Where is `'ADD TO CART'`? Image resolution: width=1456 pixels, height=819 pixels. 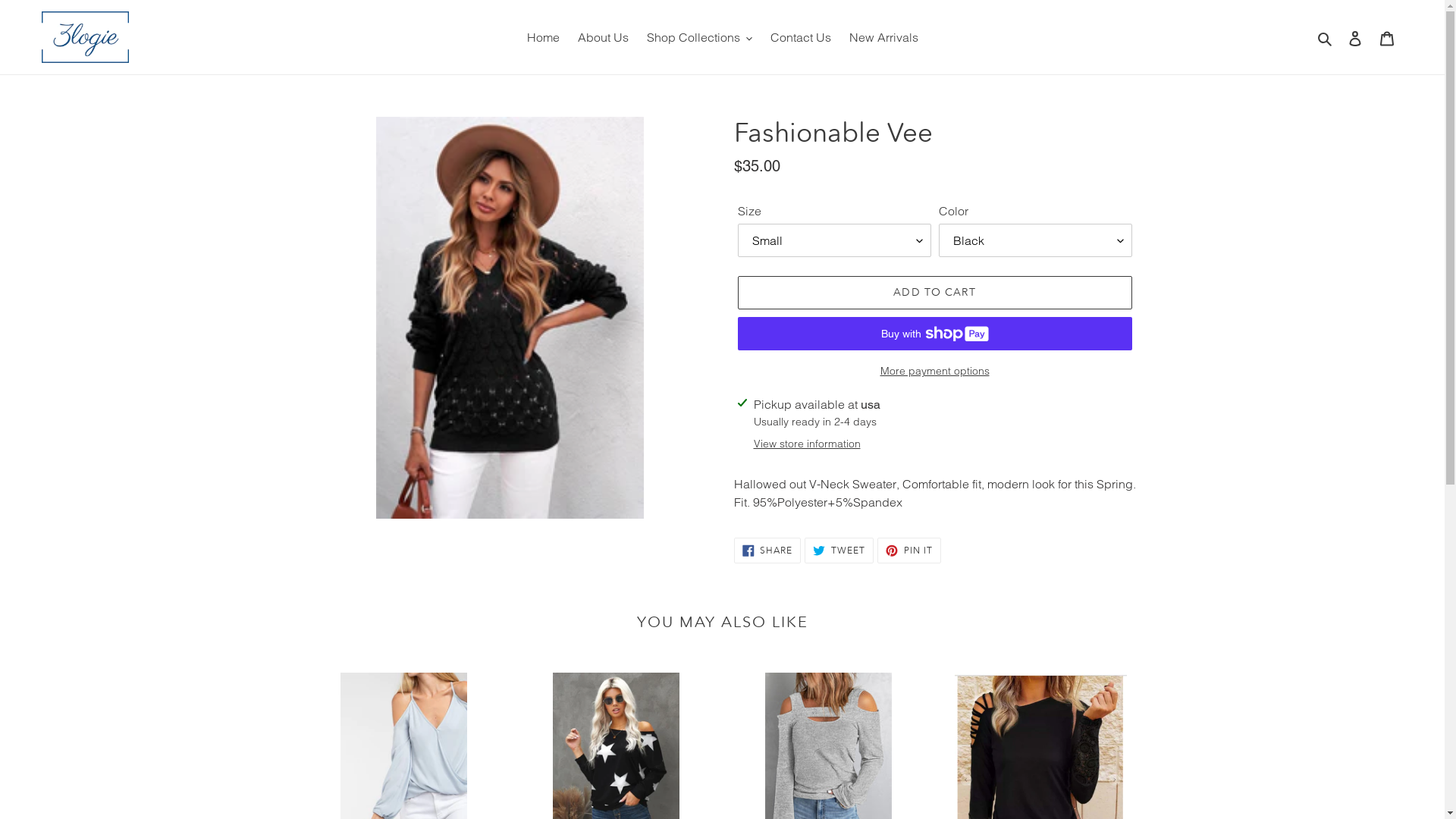 'ADD TO CART' is located at coordinates (934, 292).